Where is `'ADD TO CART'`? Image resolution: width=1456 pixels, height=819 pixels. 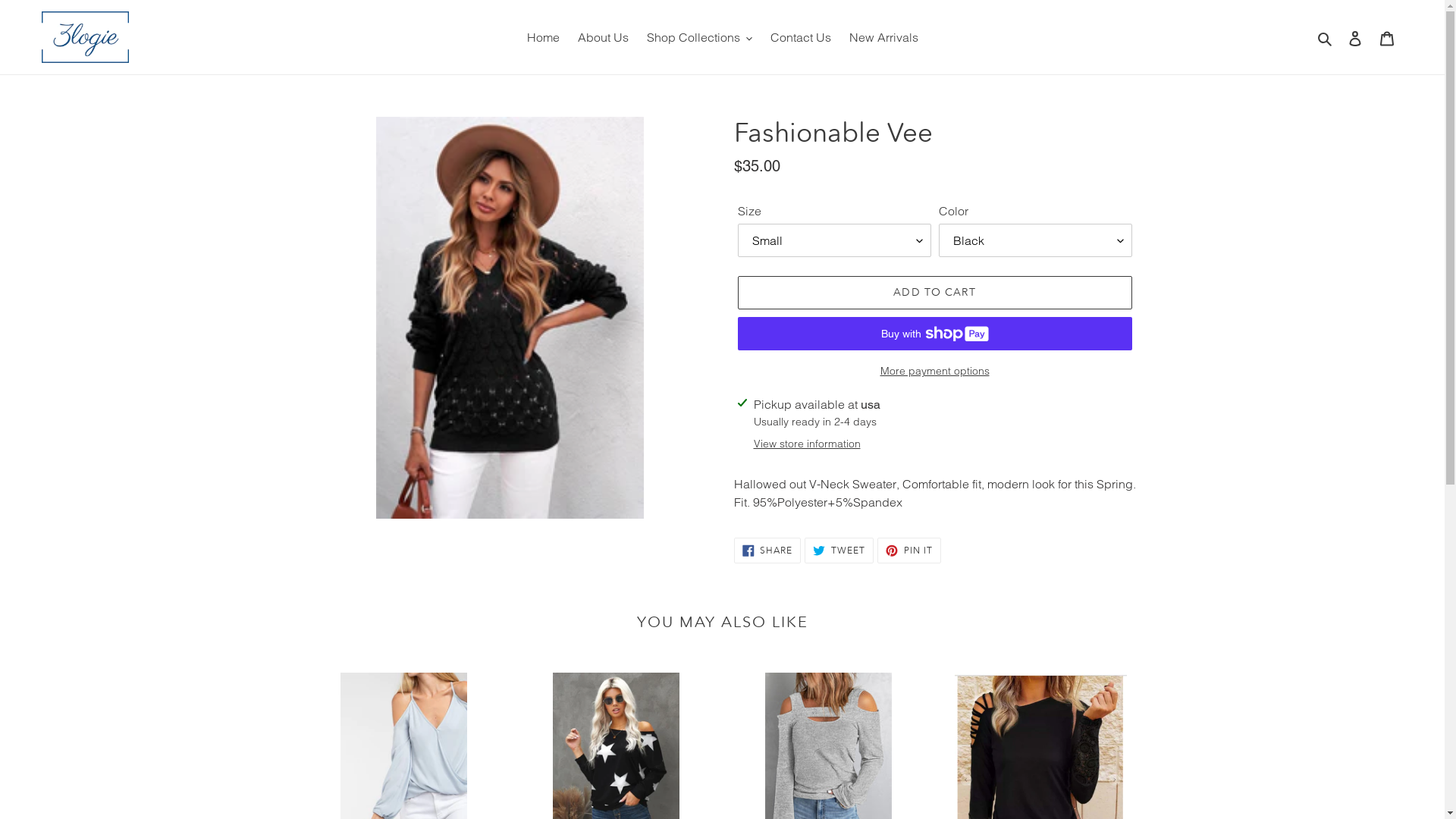 'ADD TO CART' is located at coordinates (934, 292).